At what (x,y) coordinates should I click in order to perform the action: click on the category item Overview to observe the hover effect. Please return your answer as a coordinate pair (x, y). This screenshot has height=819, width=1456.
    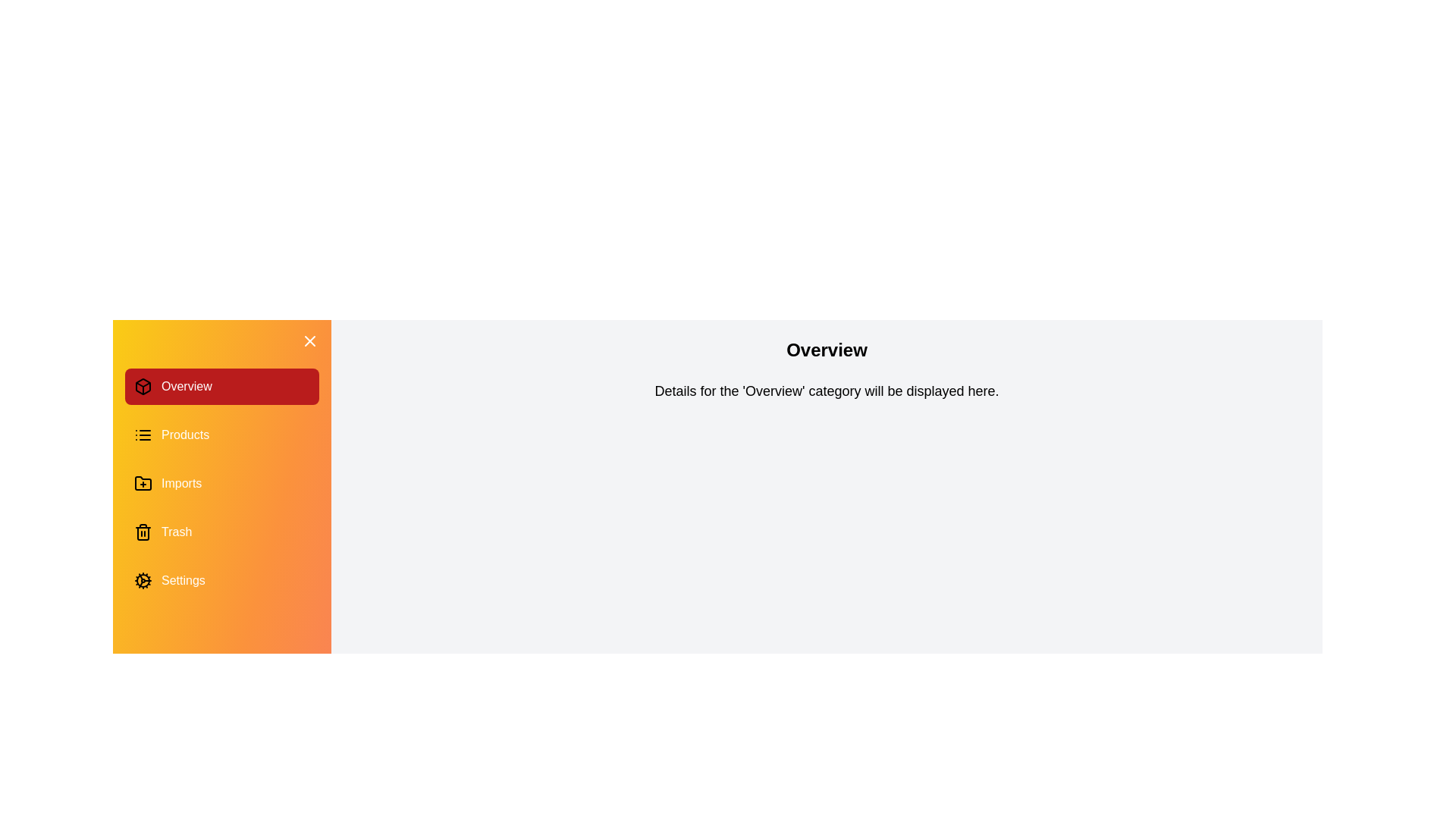
    Looking at the image, I should click on (221, 385).